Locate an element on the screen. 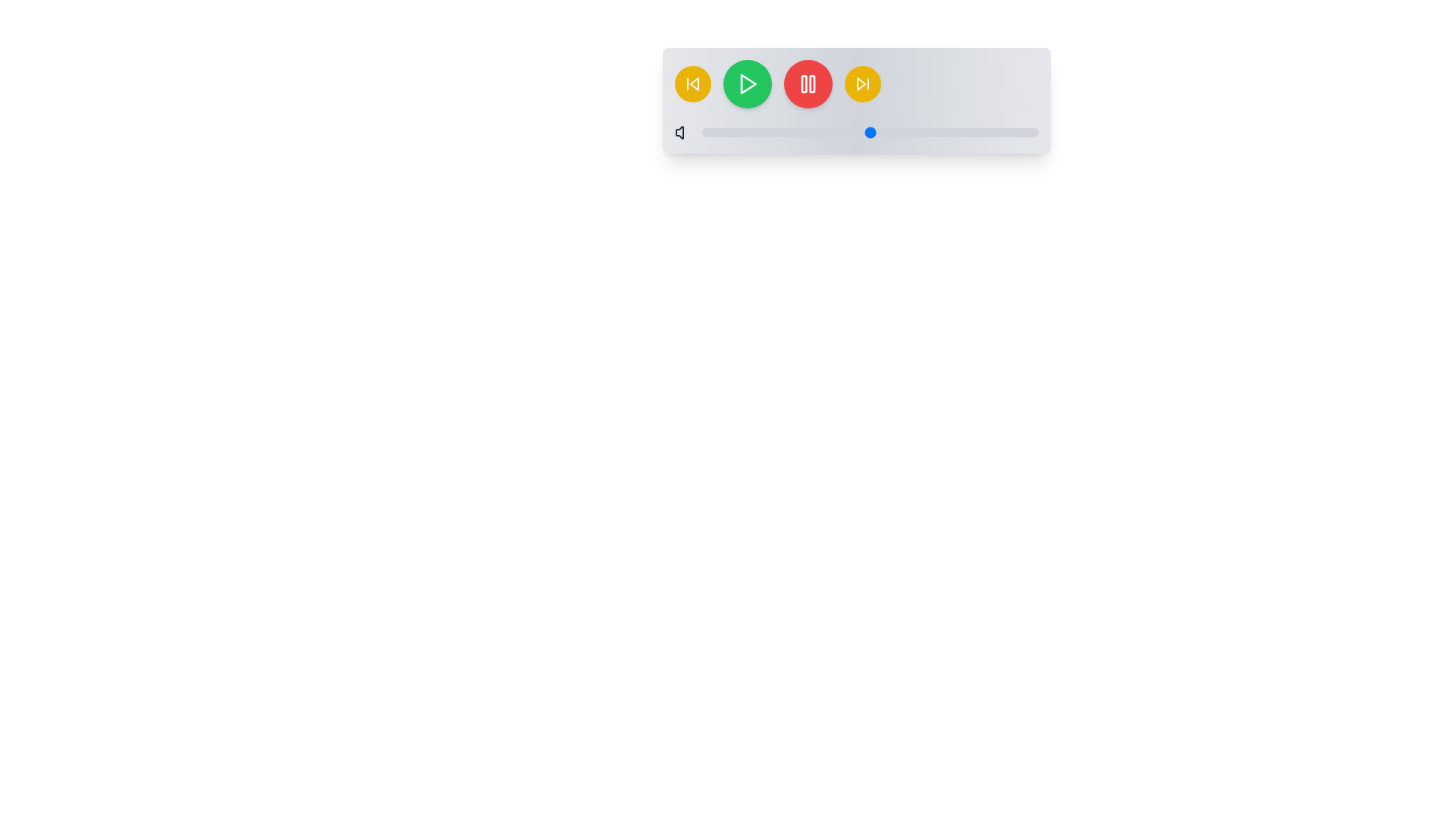  the yellow circular button's skip forward icon located at the far right side of the playback control bar to initiate the skip forward action is located at coordinates (861, 84).